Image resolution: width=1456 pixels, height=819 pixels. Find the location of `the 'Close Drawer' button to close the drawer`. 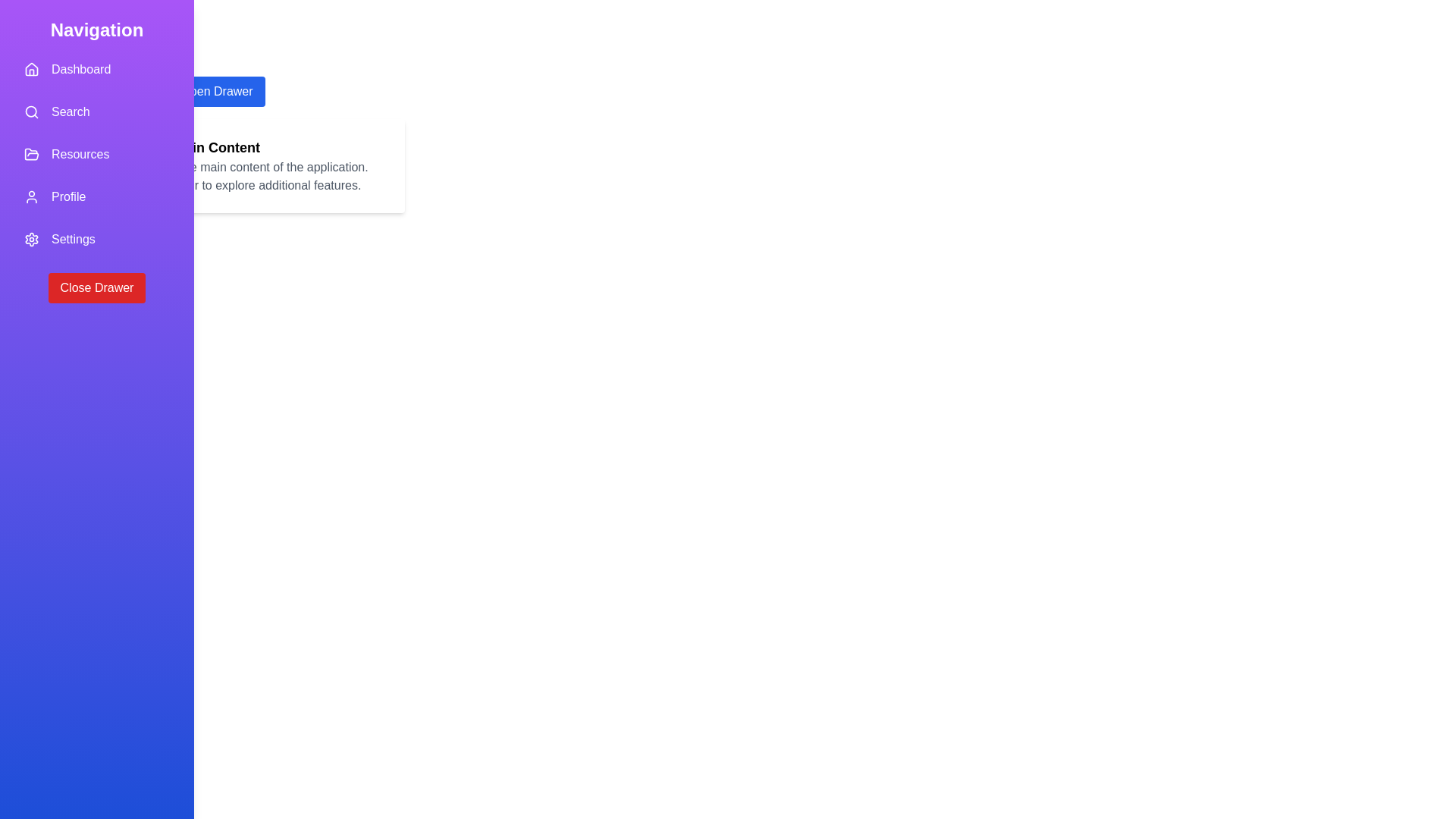

the 'Close Drawer' button to close the drawer is located at coordinates (96, 288).